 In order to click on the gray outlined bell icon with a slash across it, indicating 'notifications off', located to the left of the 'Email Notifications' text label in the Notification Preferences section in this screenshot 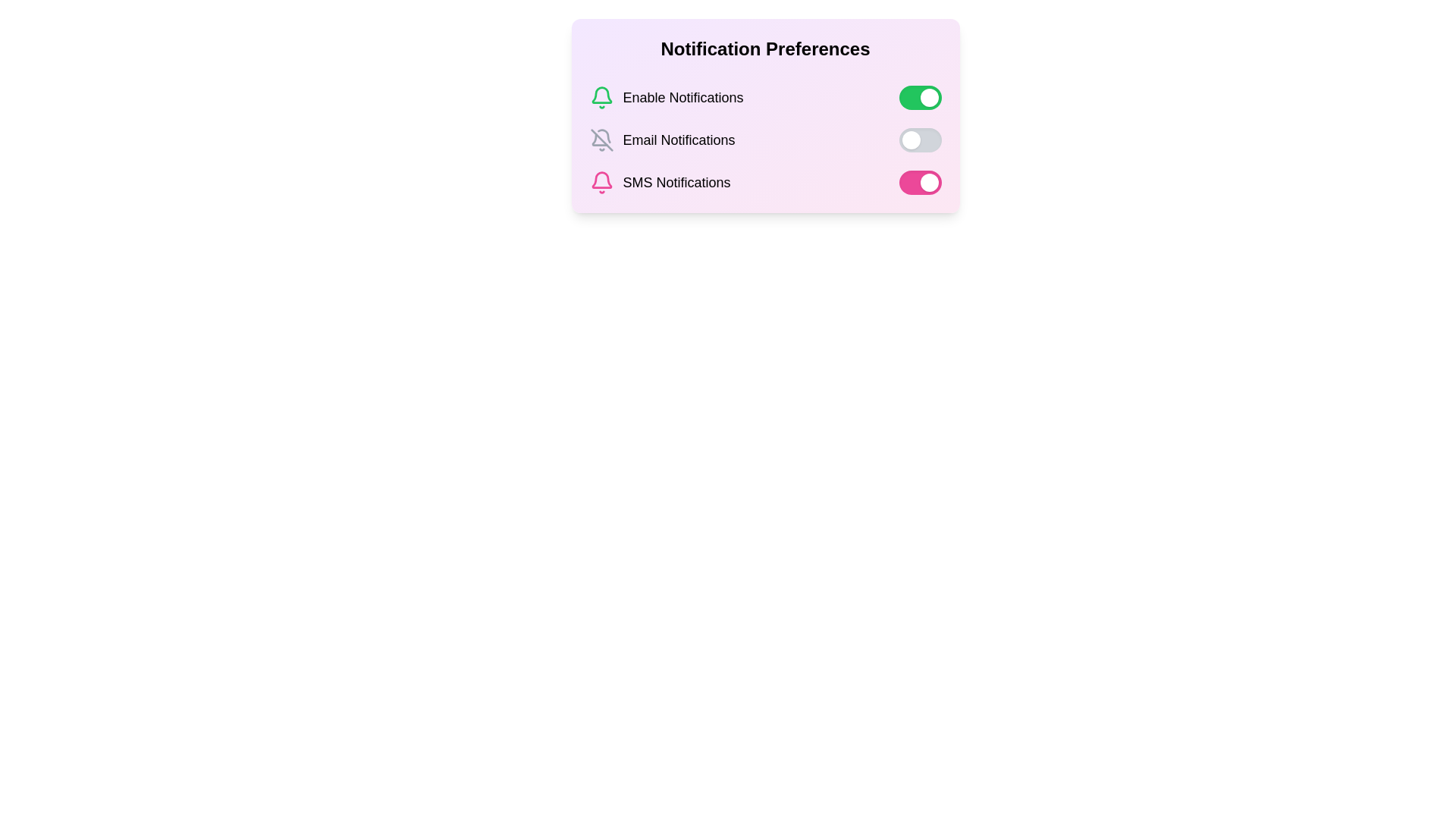, I will do `click(601, 140)`.